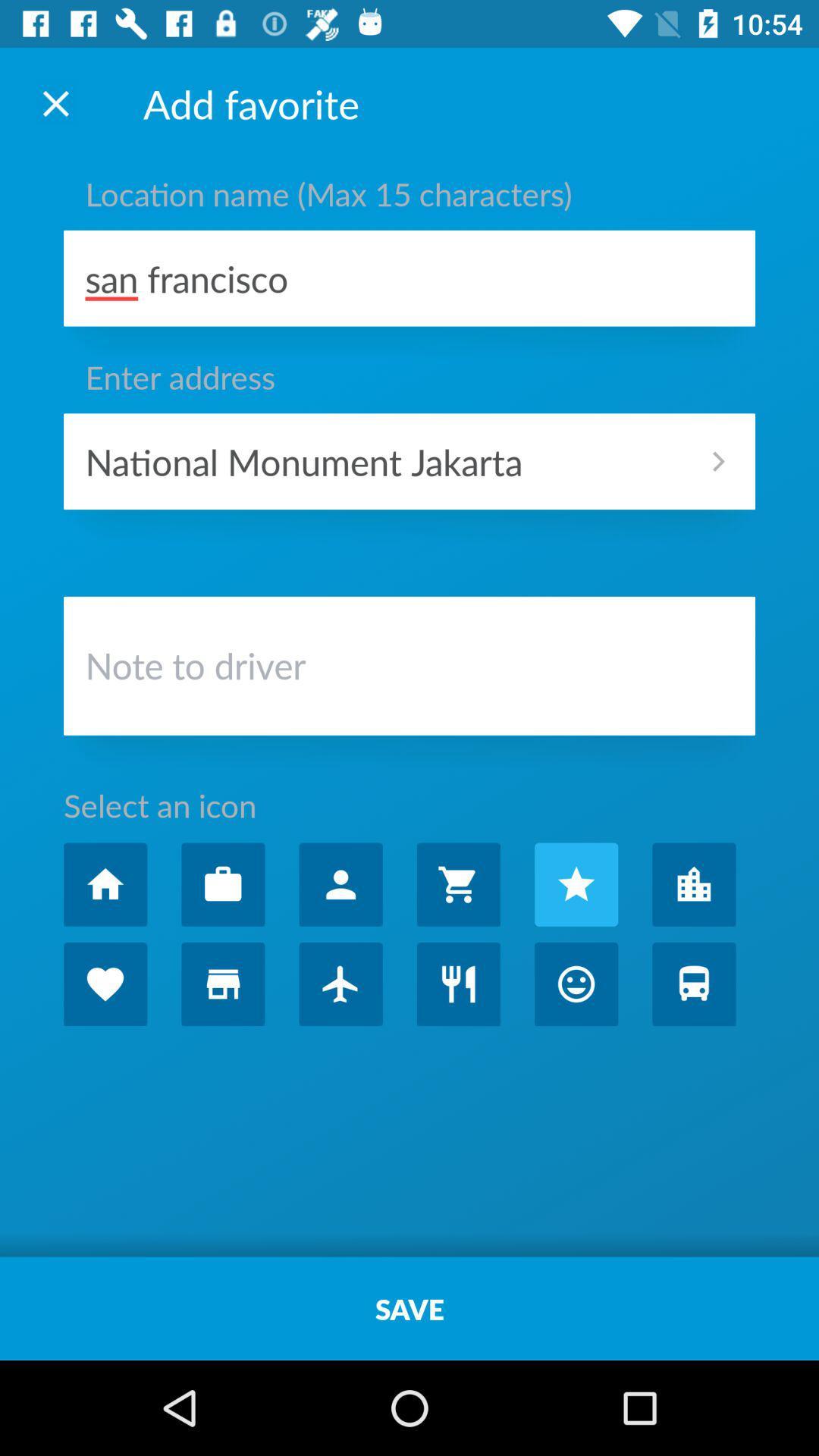  I want to click on open plane icon, so click(340, 984).